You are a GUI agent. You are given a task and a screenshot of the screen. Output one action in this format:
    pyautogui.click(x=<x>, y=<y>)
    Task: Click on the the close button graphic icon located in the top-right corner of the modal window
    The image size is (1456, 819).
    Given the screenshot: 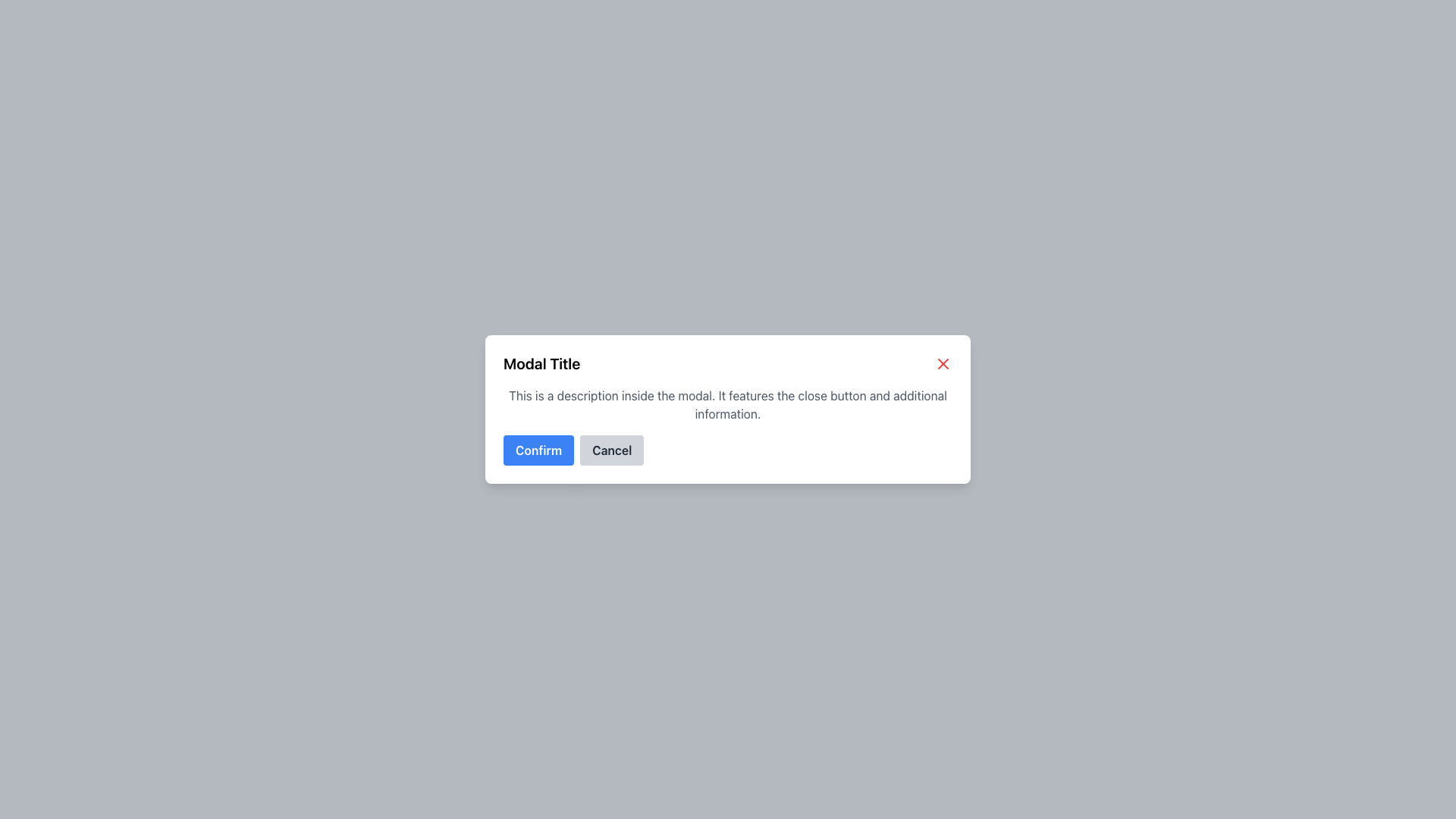 What is the action you would take?
    pyautogui.click(x=942, y=363)
    